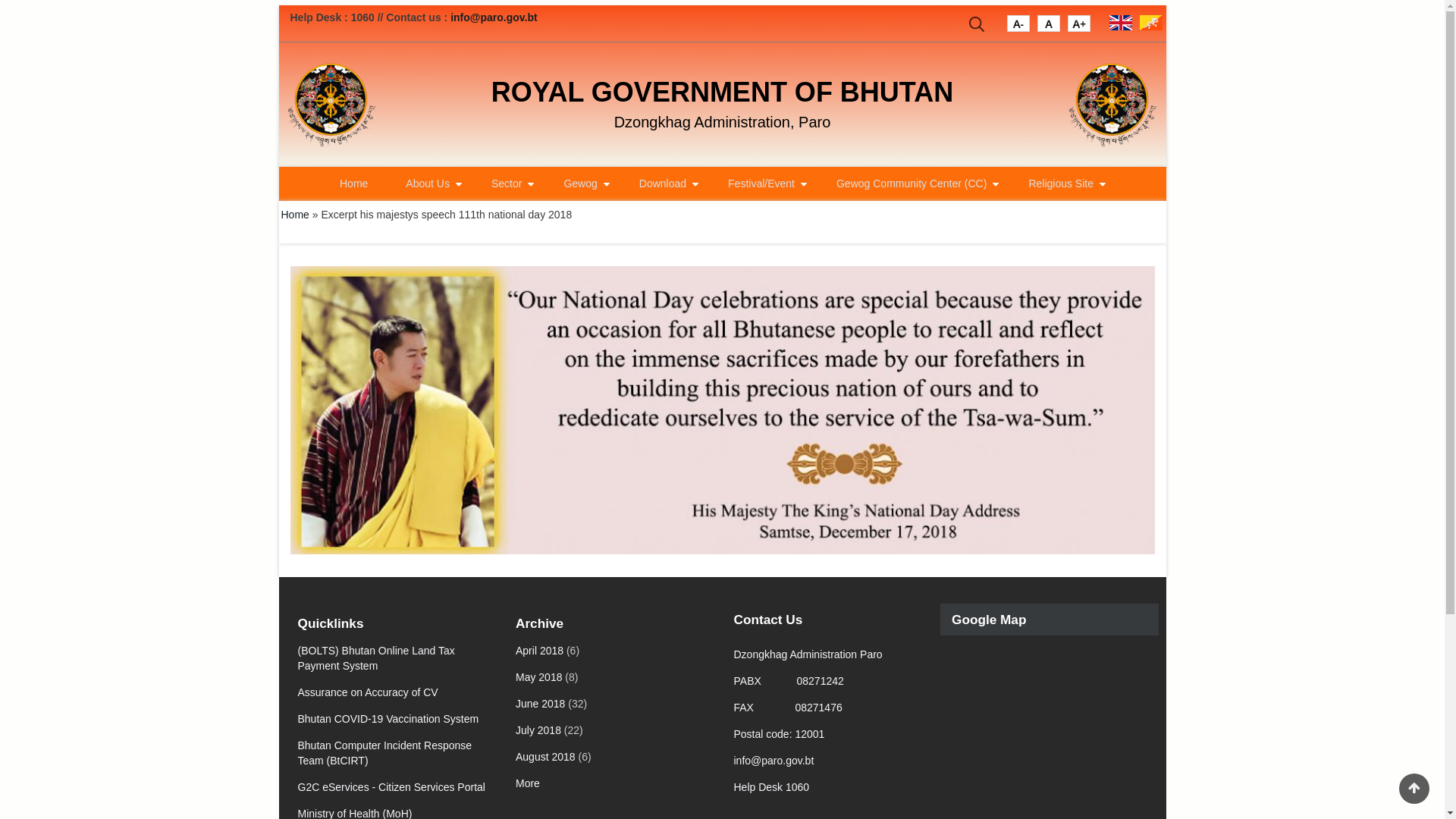 The width and height of the screenshot is (1456, 819). I want to click on 'A', so click(1078, 26).